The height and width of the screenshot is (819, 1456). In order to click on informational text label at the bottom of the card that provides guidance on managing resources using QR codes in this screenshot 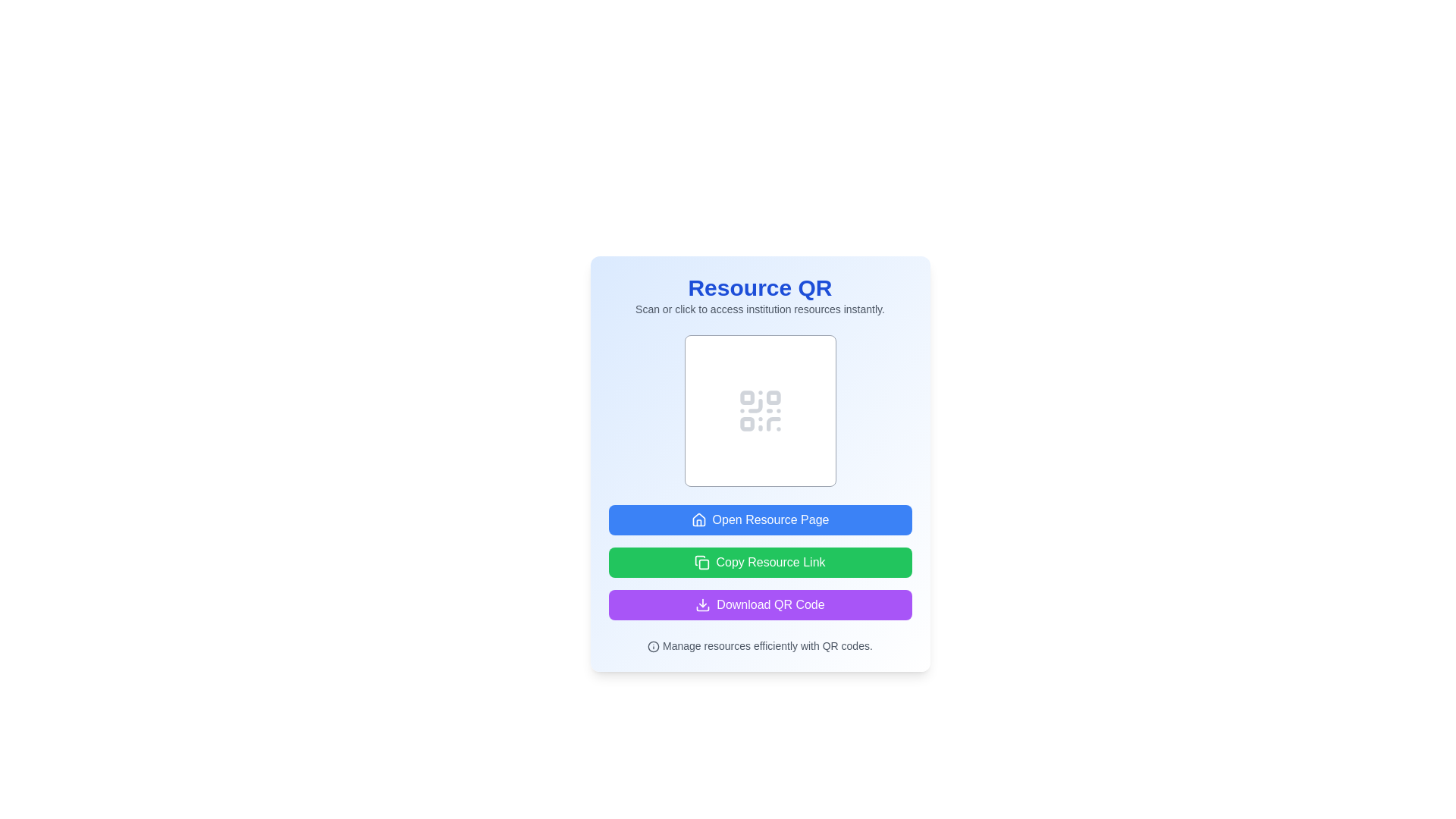, I will do `click(760, 646)`.